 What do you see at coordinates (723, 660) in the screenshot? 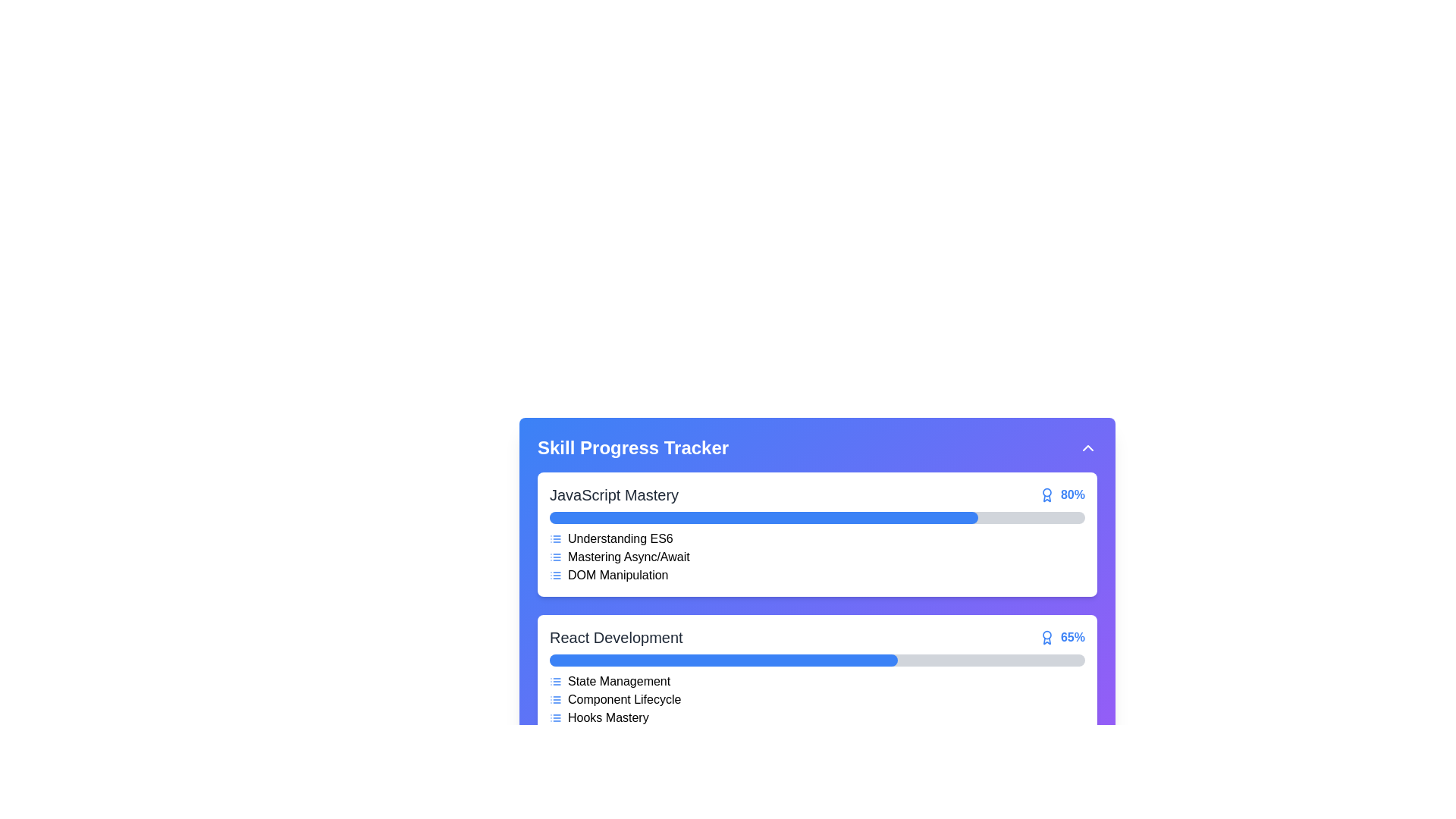
I see `the filled portion of the progress bar for the 'React Development' skill, which indicates the progress visually and corresponds to the 65% completion of the skill` at bounding box center [723, 660].